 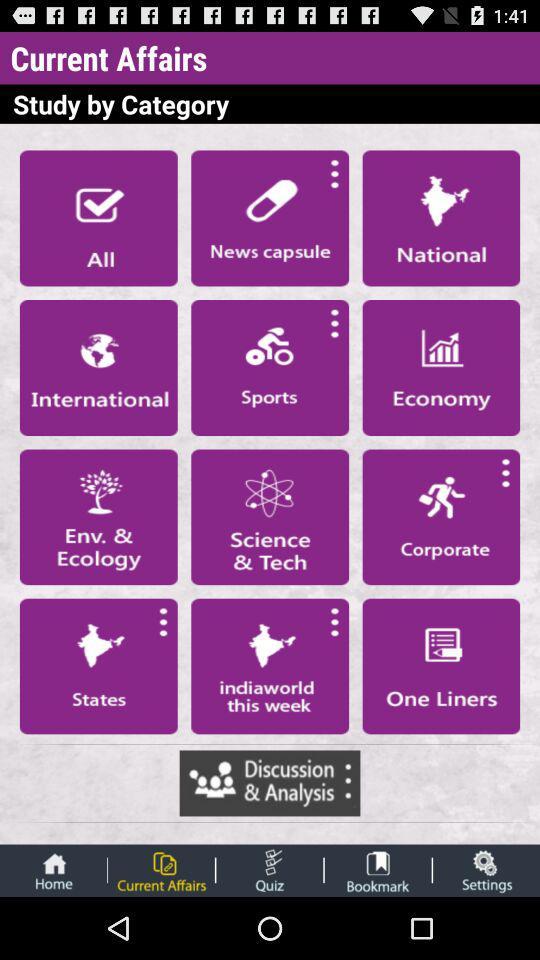 What do you see at coordinates (270, 783) in the screenshot?
I see `discussion` at bounding box center [270, 783].